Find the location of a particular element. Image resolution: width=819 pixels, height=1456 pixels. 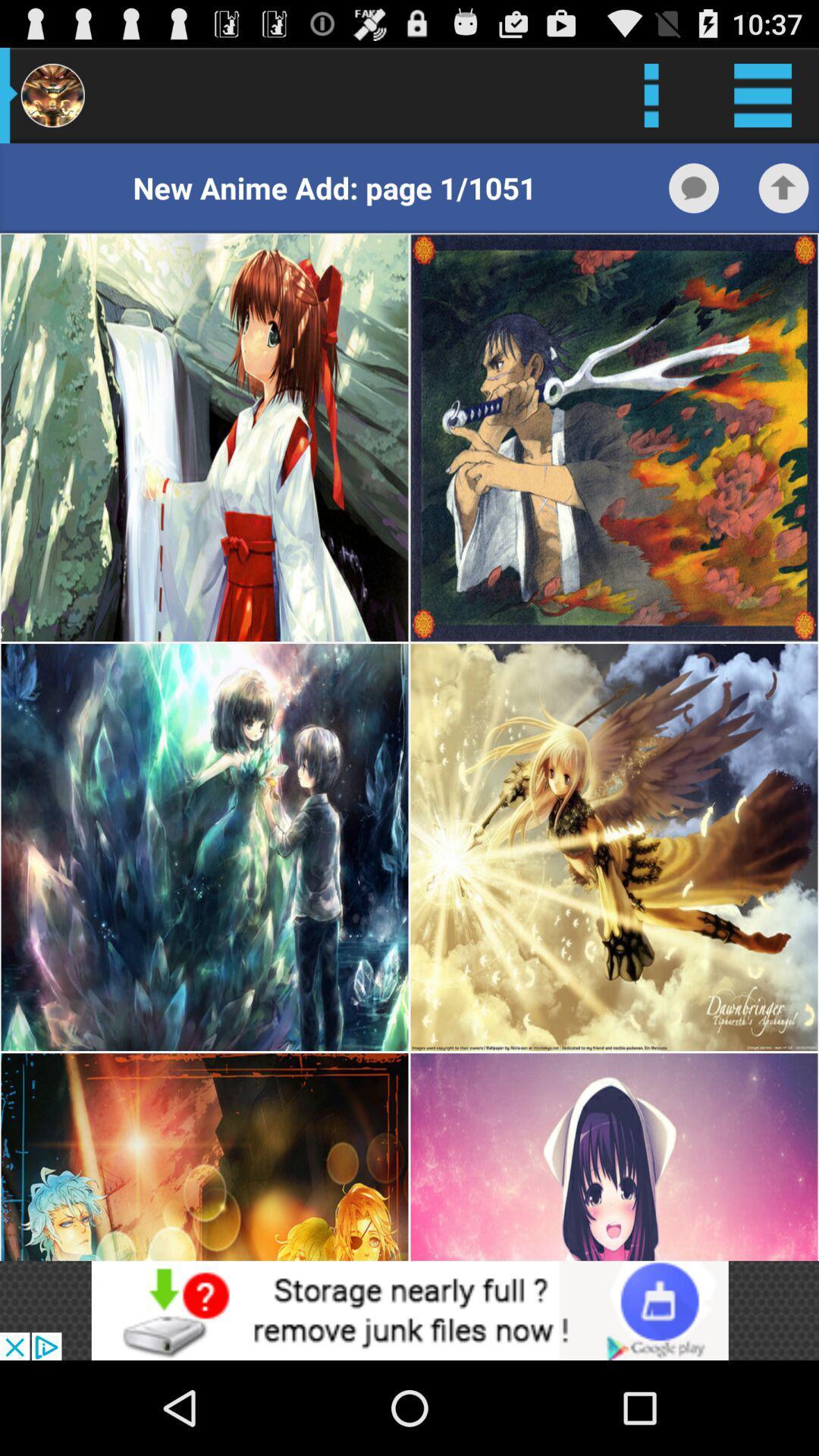

the chat icon is located at coordinates (693, 200).